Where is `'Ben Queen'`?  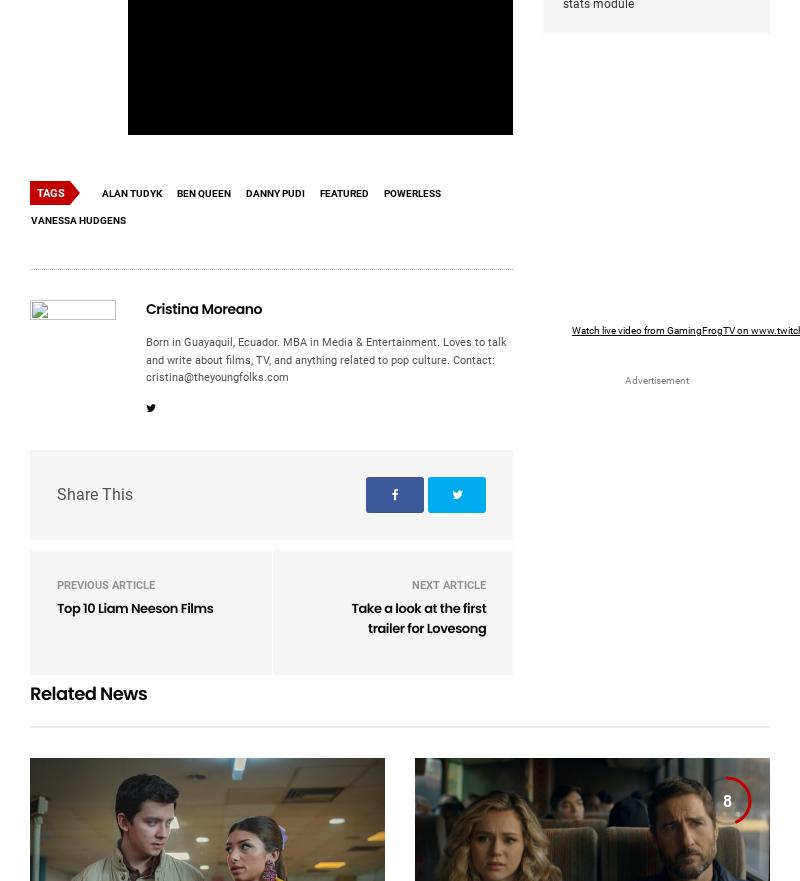
'Ben Queen' is located at coordinates (204, 192).